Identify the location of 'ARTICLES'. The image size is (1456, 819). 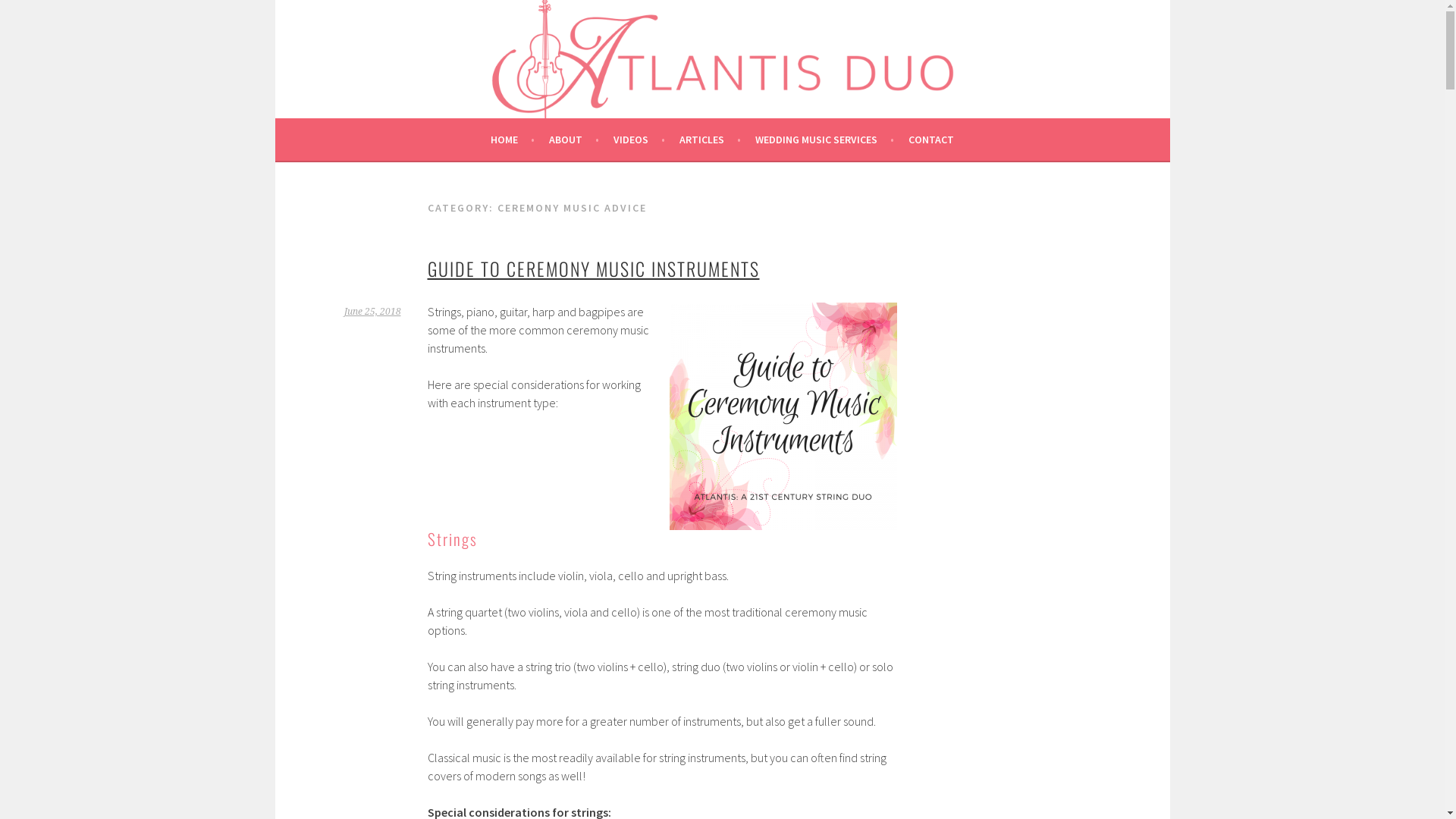
(709, 140).